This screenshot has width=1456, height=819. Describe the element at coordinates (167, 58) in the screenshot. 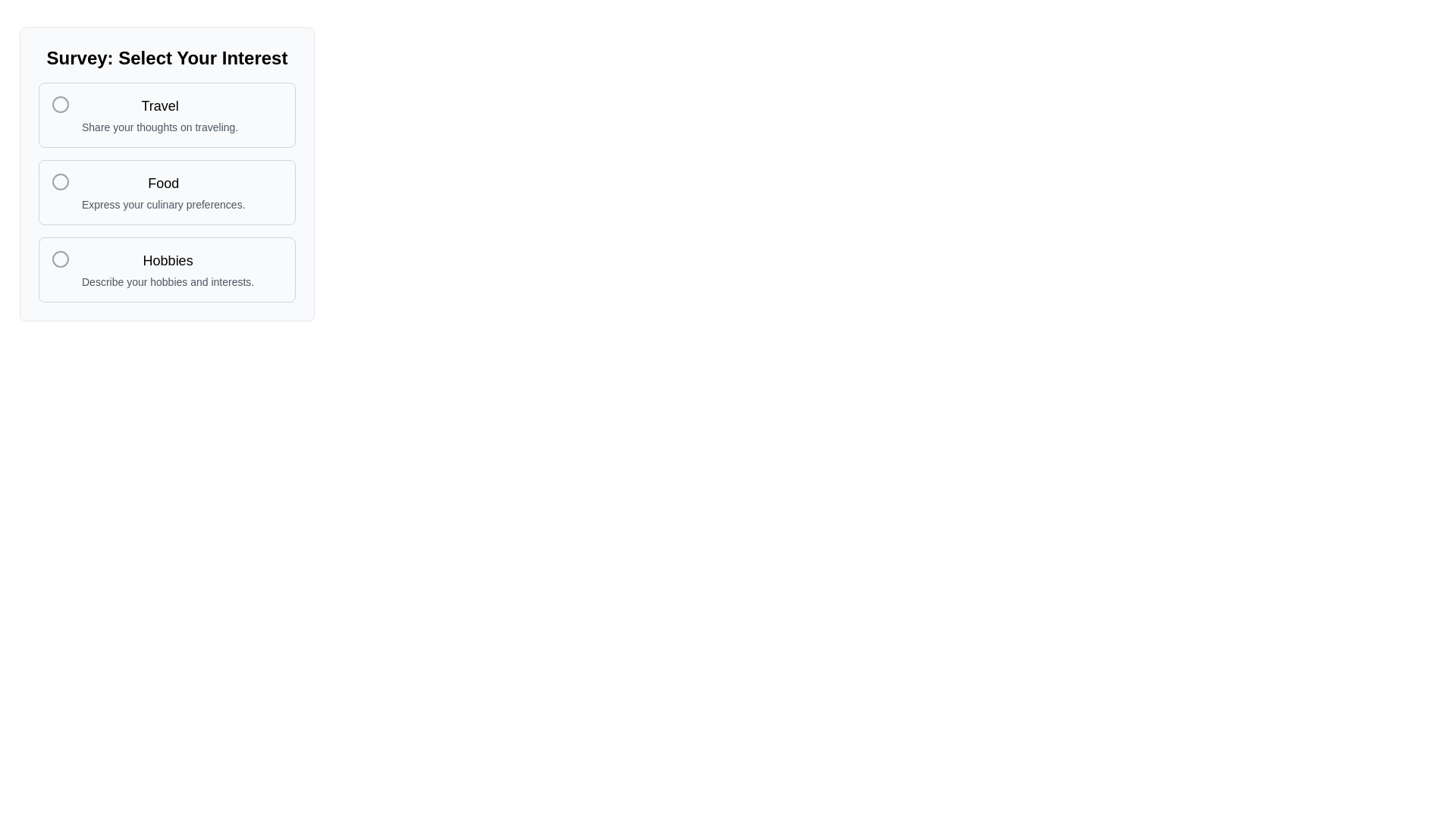

I see `the header text element that displays 'Survey: Select Your Interest', styled prominently with a large bold font, located at the top of the survey box` at that location.